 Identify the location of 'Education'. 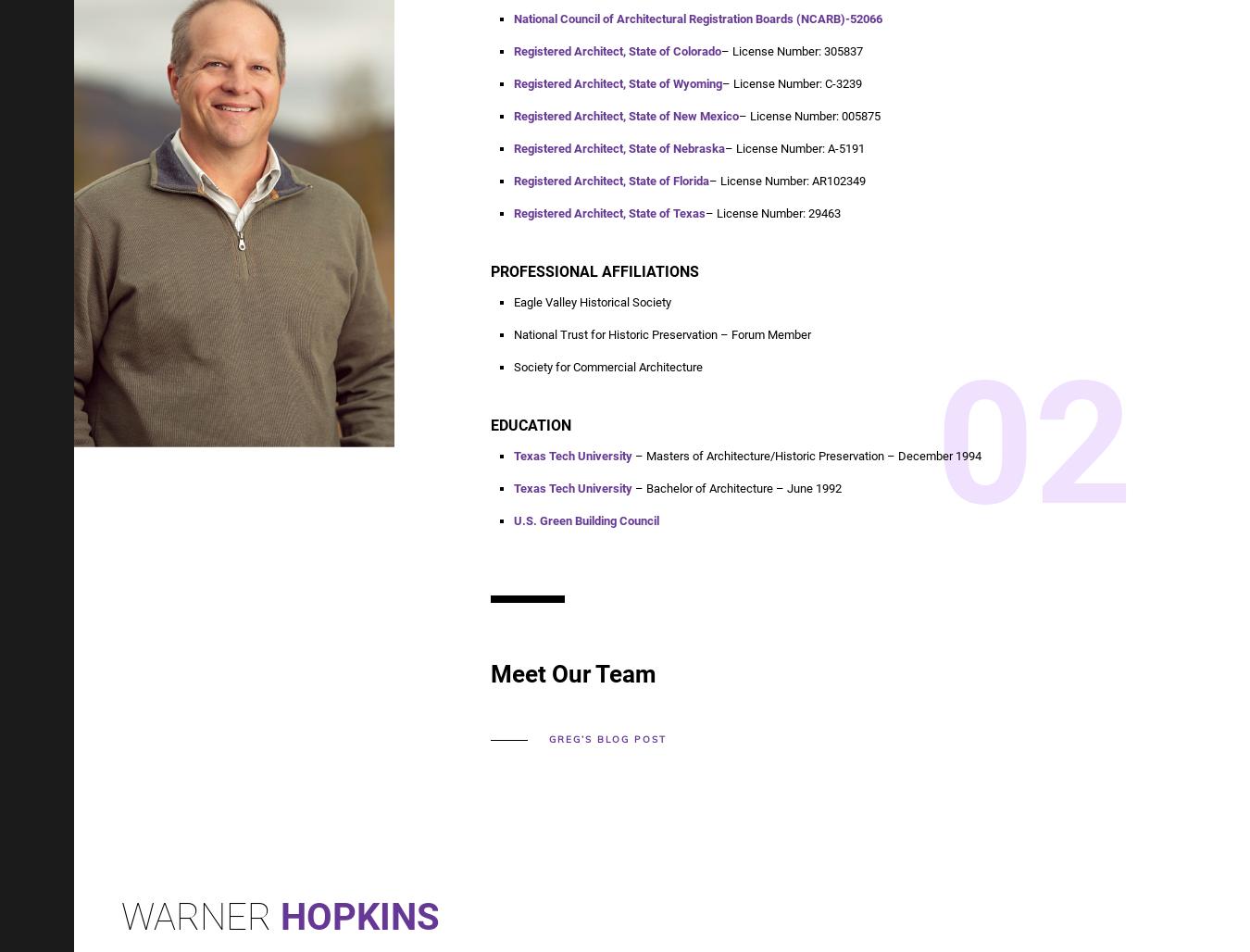
(531, 424).